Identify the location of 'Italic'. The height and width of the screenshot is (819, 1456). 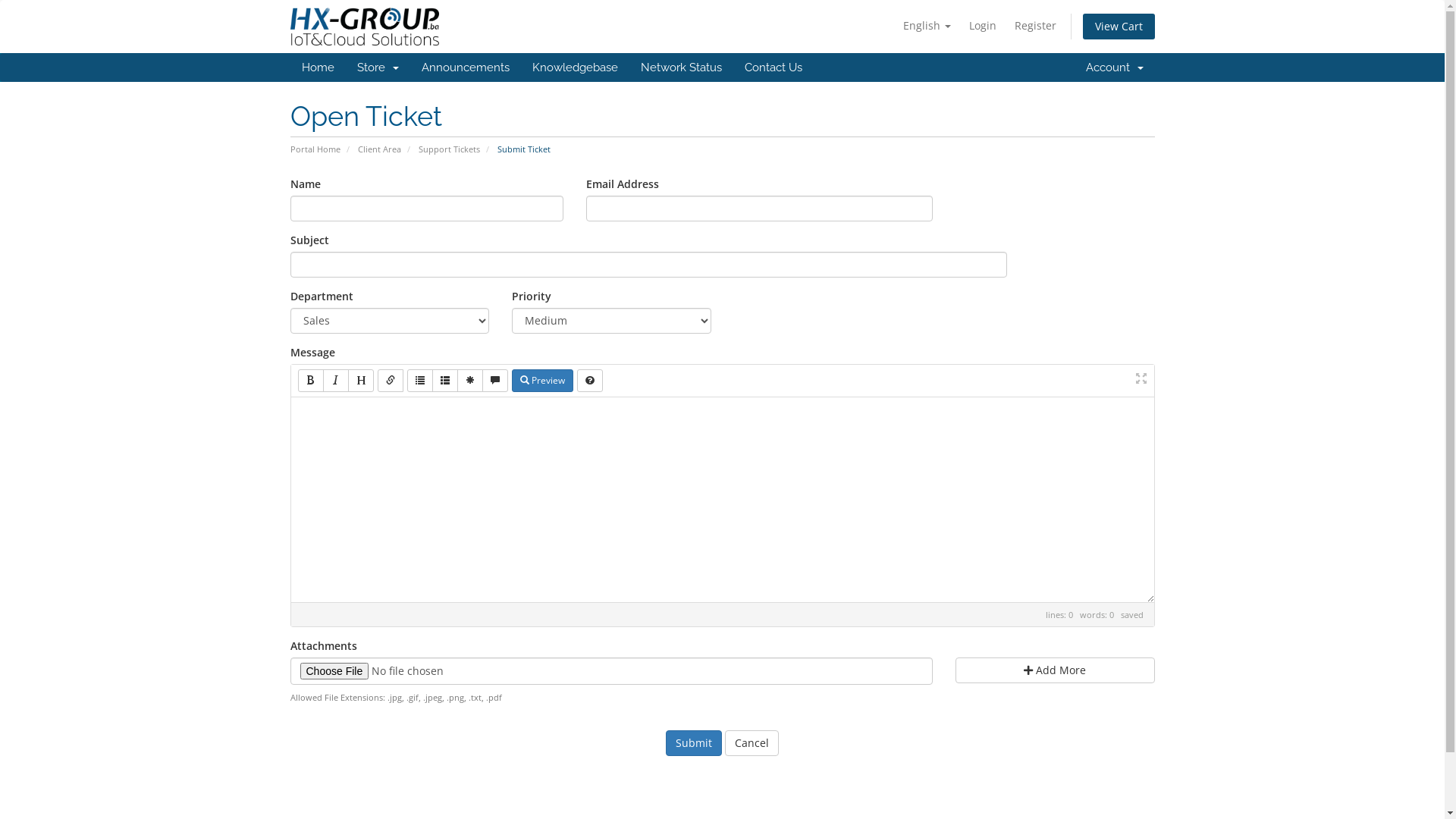
(334, 379).